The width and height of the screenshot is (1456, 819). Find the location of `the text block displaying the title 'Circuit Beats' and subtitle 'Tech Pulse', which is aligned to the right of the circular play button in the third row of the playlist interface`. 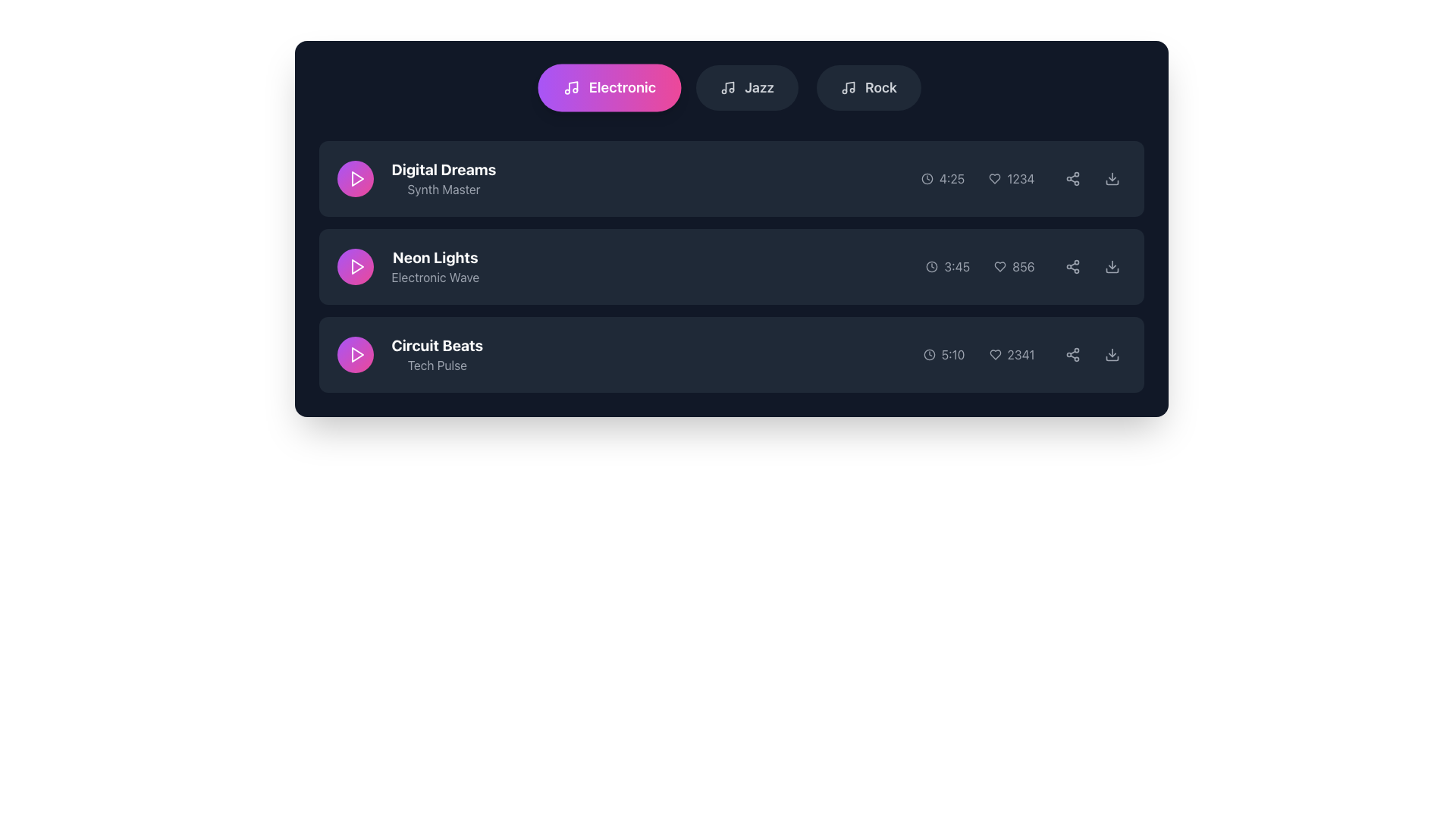

the text block displaying the title 'Circuit Beats' and subtitle 'Tech Pulse', which is aligned to the right of the circular play button in the third row of the playlist interface is located at coordinates (409, 354).